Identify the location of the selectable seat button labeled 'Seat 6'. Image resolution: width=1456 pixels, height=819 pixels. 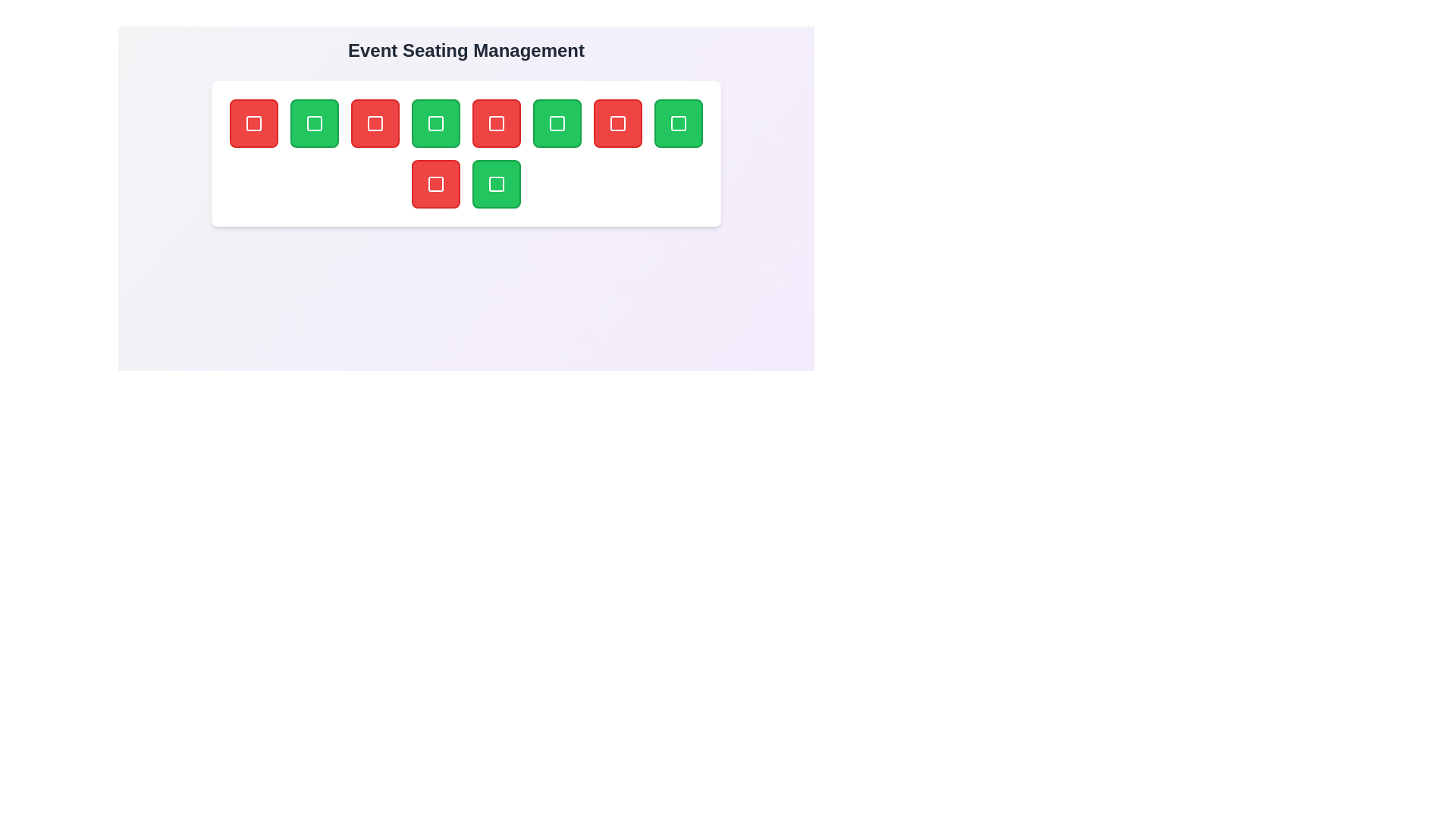
(556, 122).